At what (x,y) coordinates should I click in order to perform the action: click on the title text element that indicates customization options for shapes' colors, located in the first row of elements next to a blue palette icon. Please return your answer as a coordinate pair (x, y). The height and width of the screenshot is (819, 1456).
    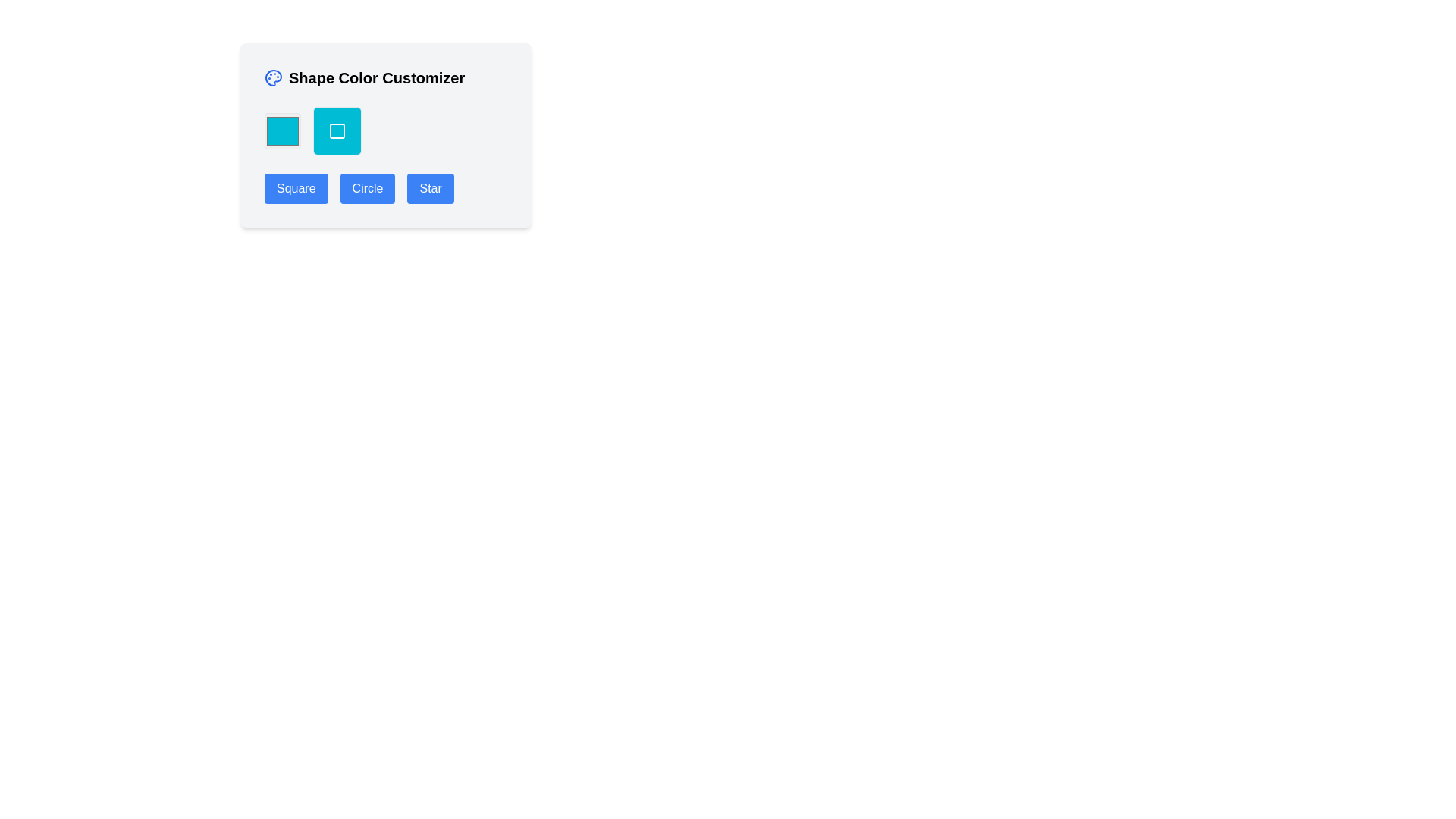
    Looking at the image, I should click on (377, 78).